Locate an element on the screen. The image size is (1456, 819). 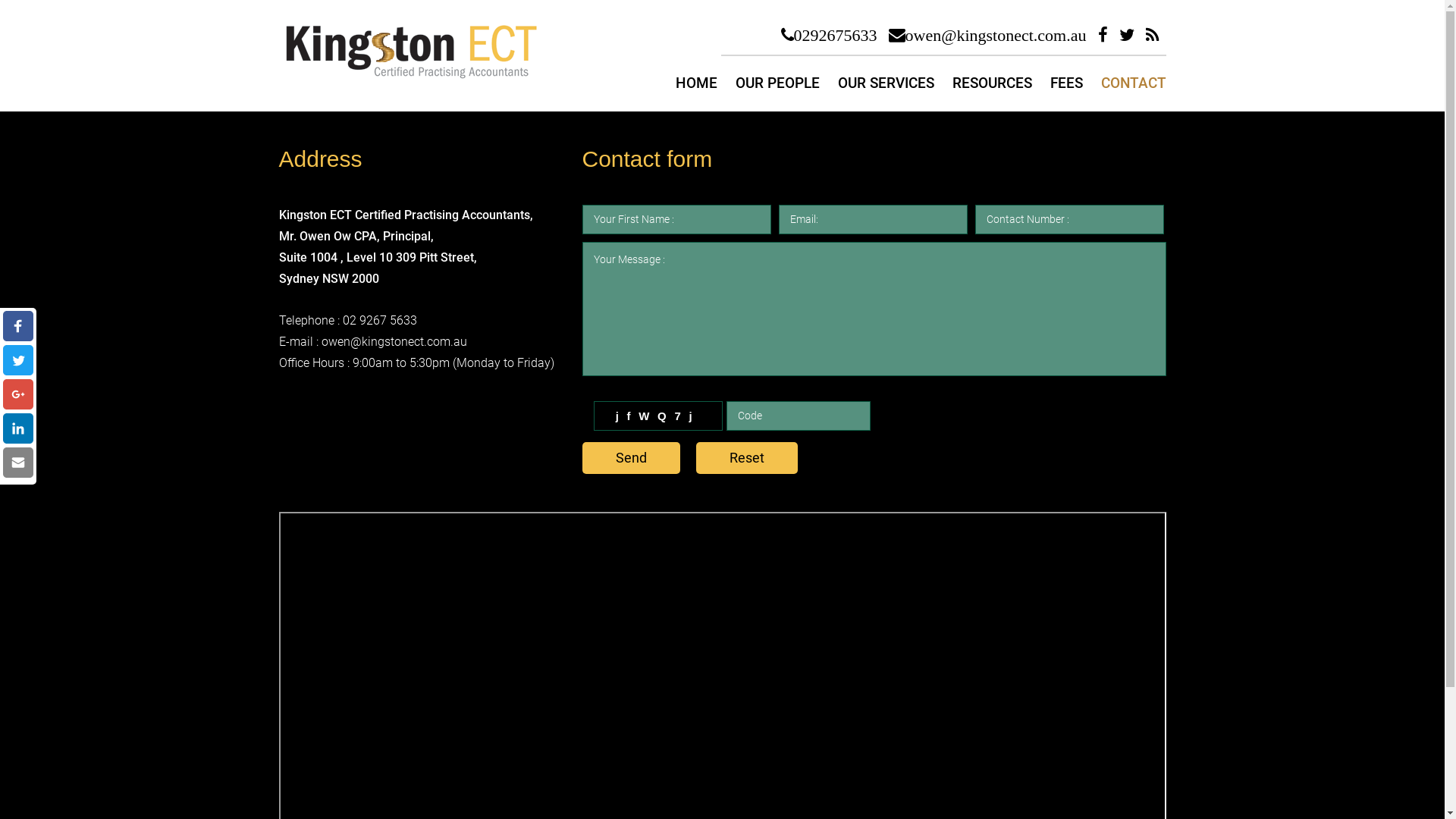
'OUR PEOPLE' is located at coordinates (777, 83).